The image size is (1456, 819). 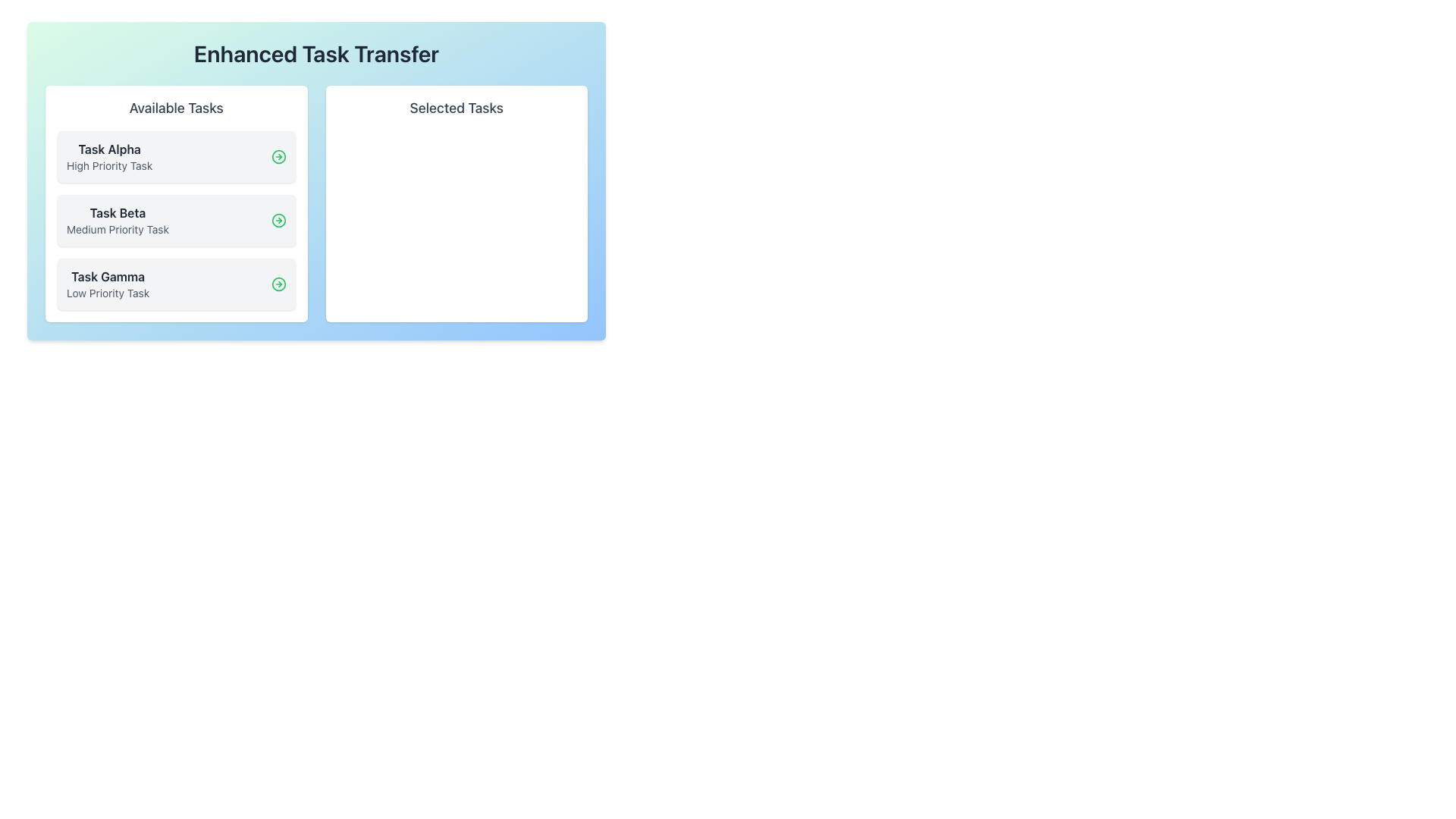 I want to click on the Text label that serves as a title for the task, positioned above 'Low Priority Task' in the 'Available Tasks' panel, so click(x=107, y=277).